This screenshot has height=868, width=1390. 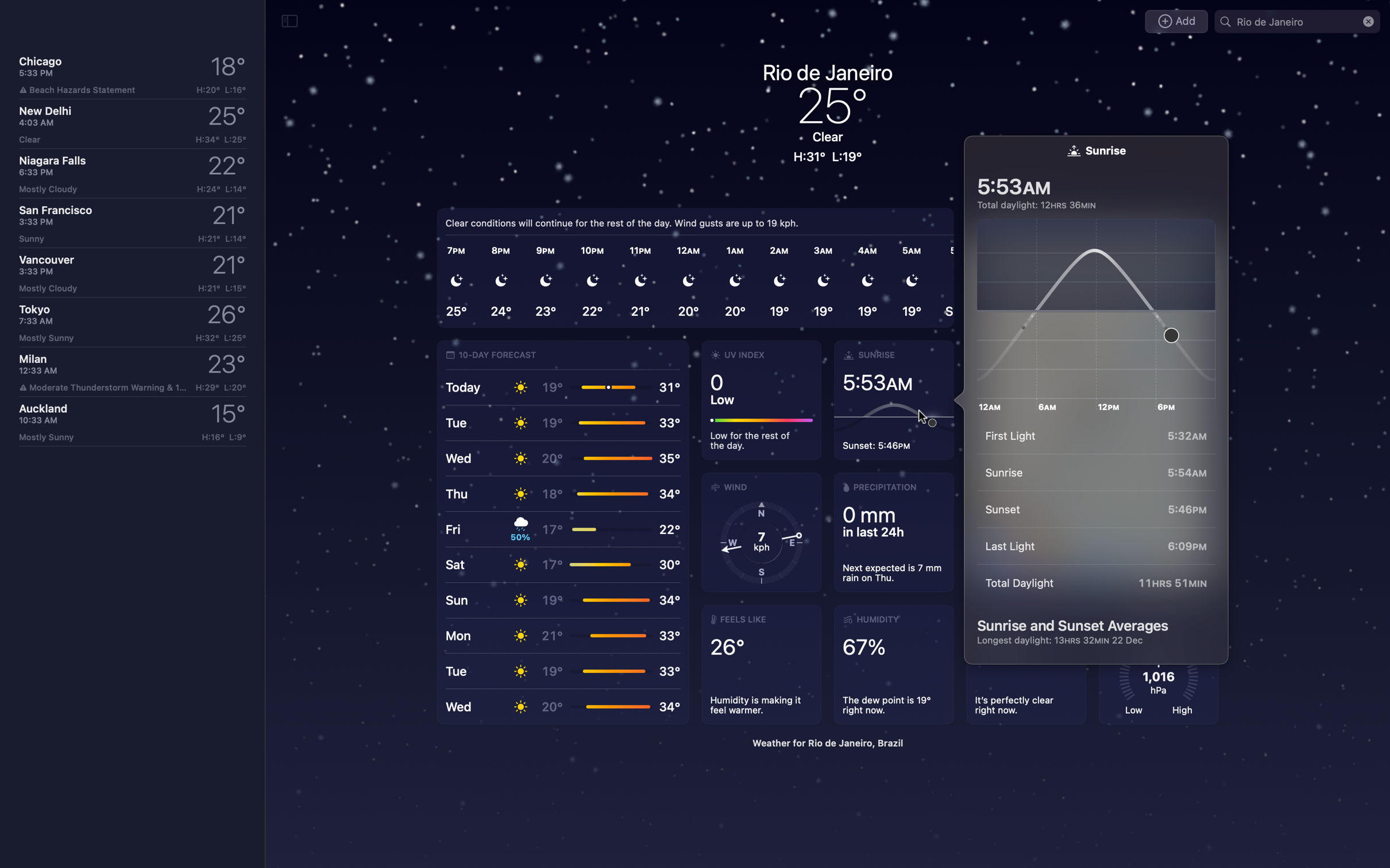 I want to click on Terminate the search for Rio"s weather report, so click(x=1368, y=21).